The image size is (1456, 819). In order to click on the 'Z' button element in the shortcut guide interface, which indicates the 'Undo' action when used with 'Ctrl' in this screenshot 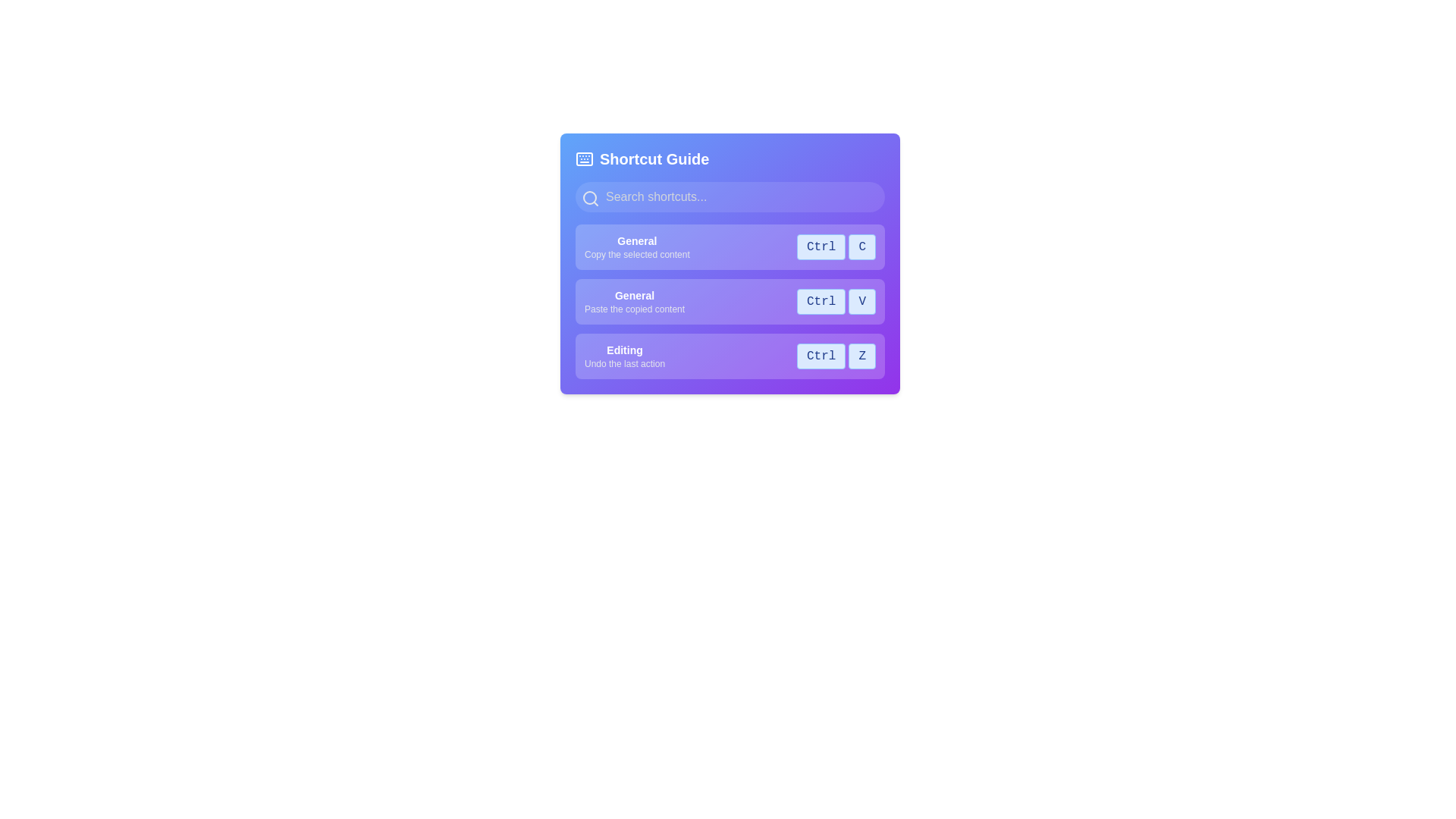, I will do `click(862, 356)`.